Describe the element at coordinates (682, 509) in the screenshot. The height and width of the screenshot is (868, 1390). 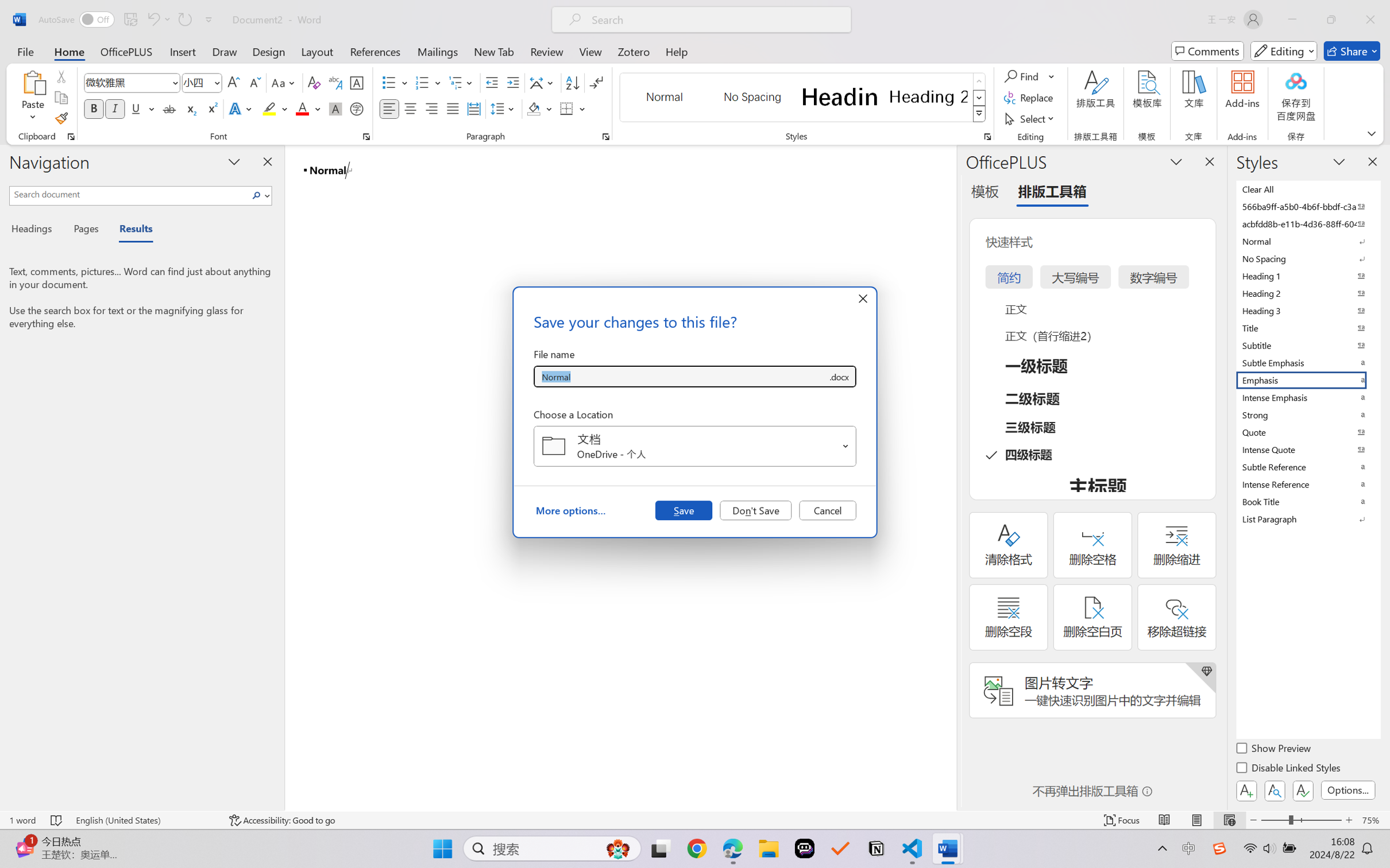
I see `'Save'` at that location.